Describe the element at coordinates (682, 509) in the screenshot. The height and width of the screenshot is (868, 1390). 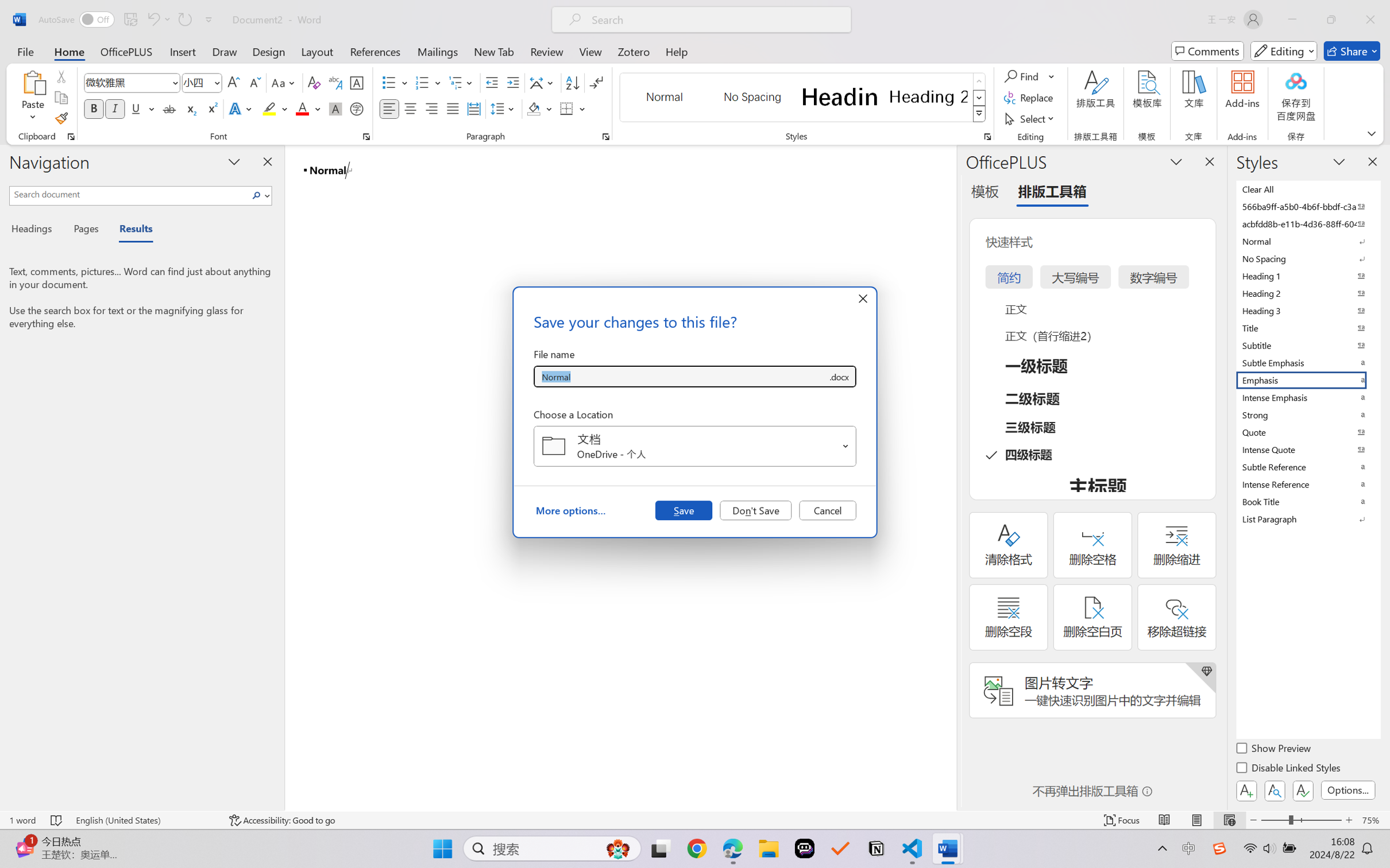
I see `'Save'` at that location.